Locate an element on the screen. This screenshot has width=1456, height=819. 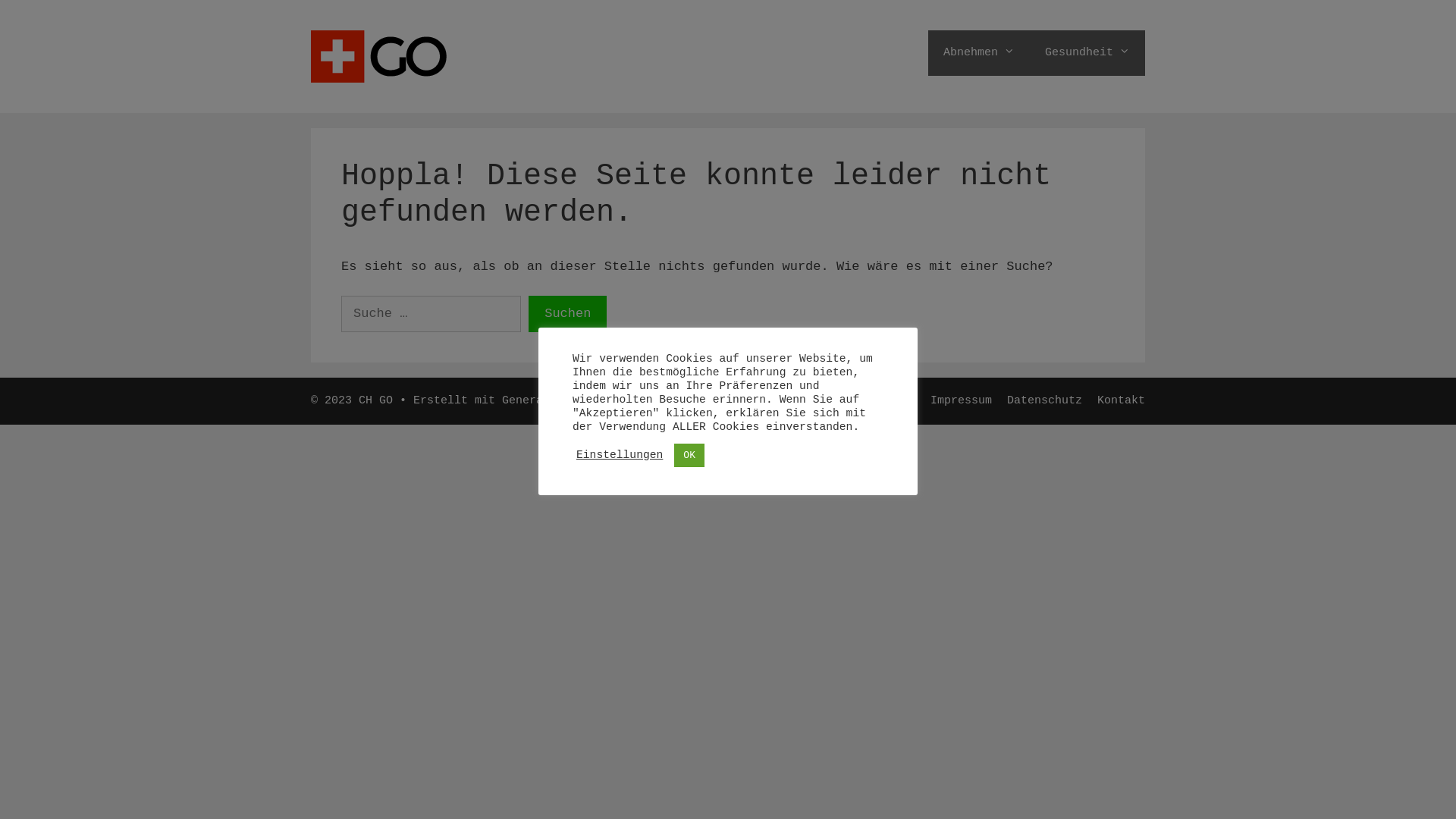
'Suchen' is located at coordinates (566, 312).